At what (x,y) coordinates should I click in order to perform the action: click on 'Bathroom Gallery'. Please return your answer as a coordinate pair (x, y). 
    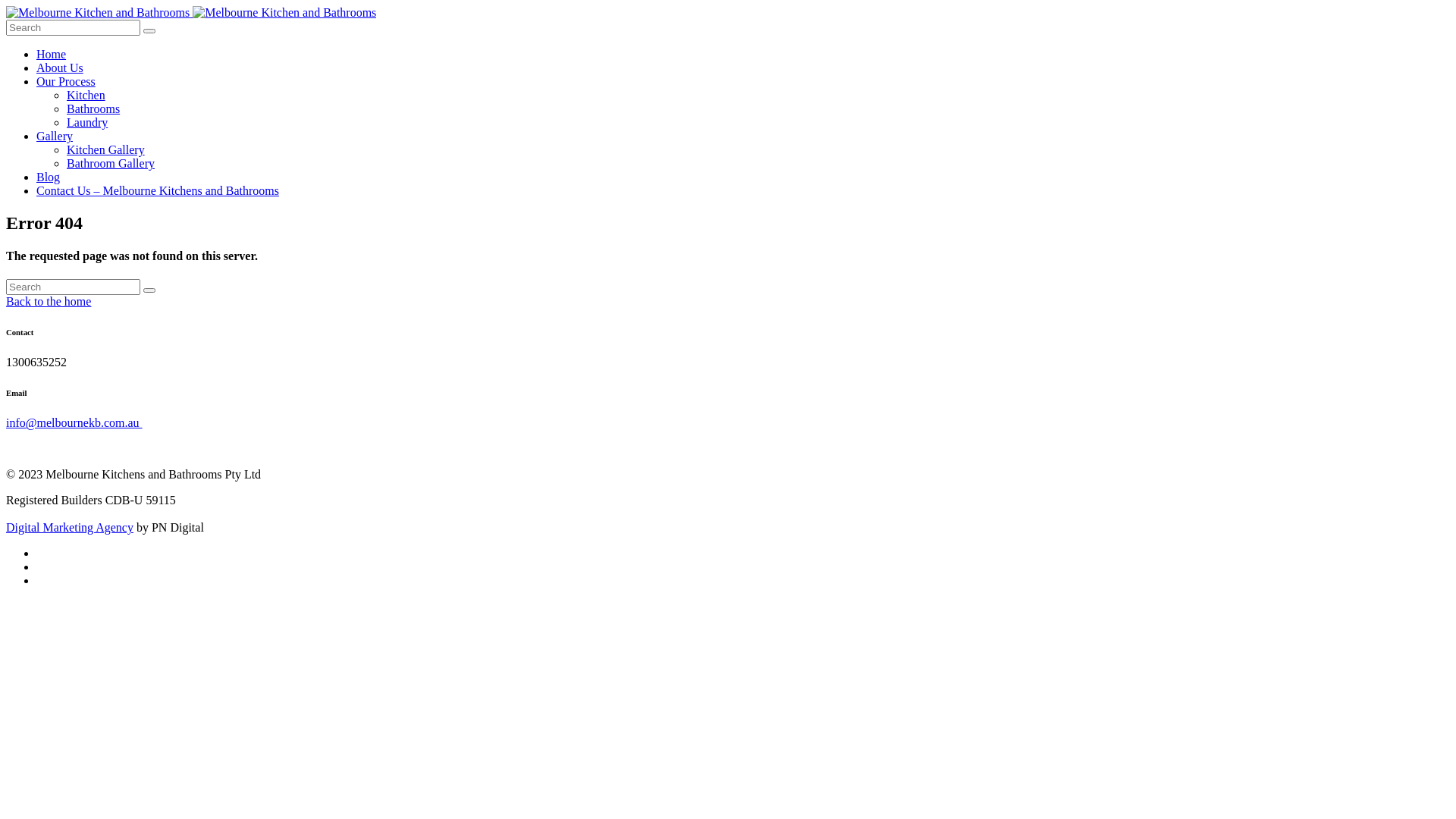
    Looking at the image, I should click on (109, 163).